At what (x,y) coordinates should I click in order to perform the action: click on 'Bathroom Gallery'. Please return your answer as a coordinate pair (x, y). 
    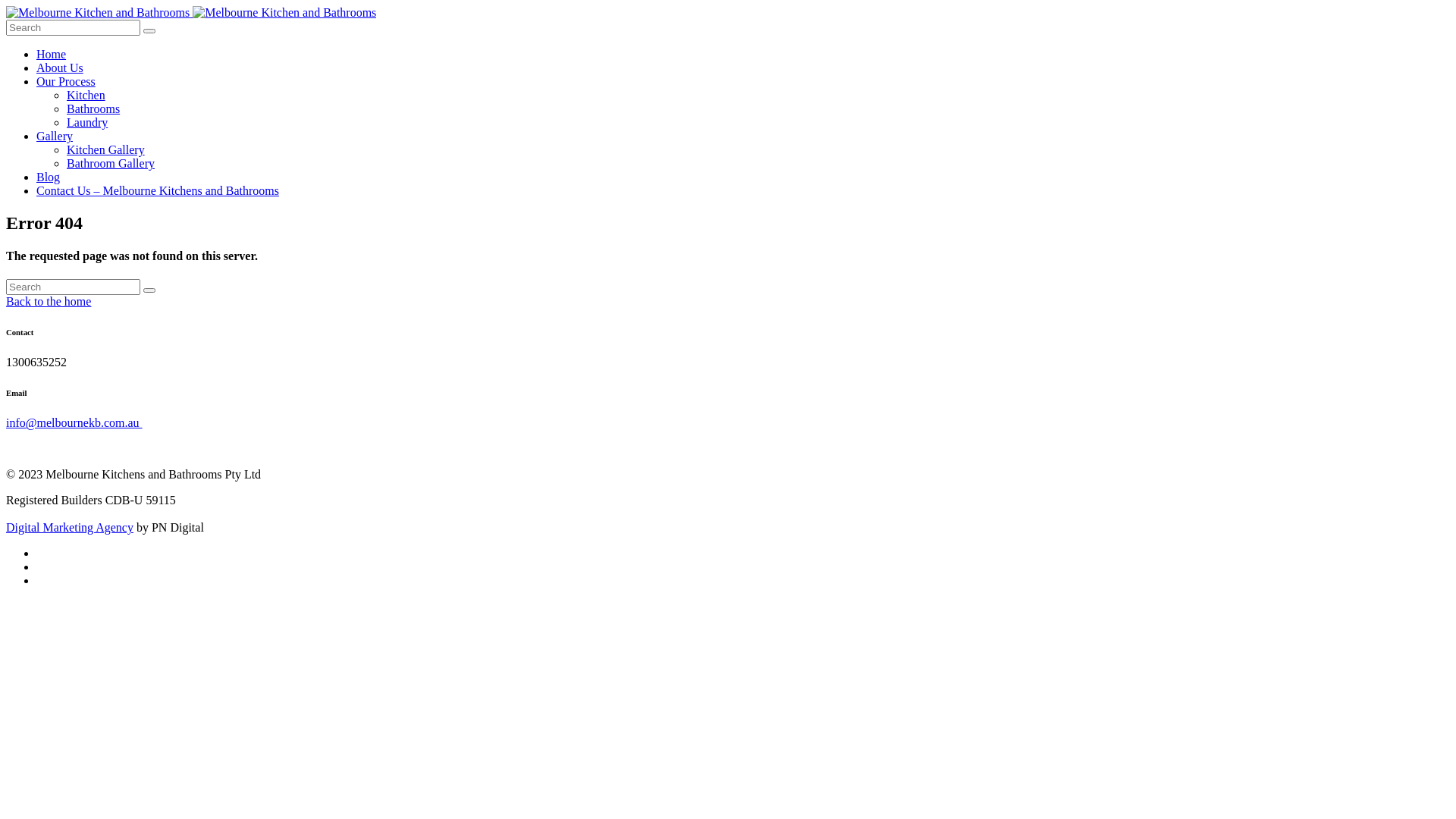
    Looking at the image, I should click on (109, 163).